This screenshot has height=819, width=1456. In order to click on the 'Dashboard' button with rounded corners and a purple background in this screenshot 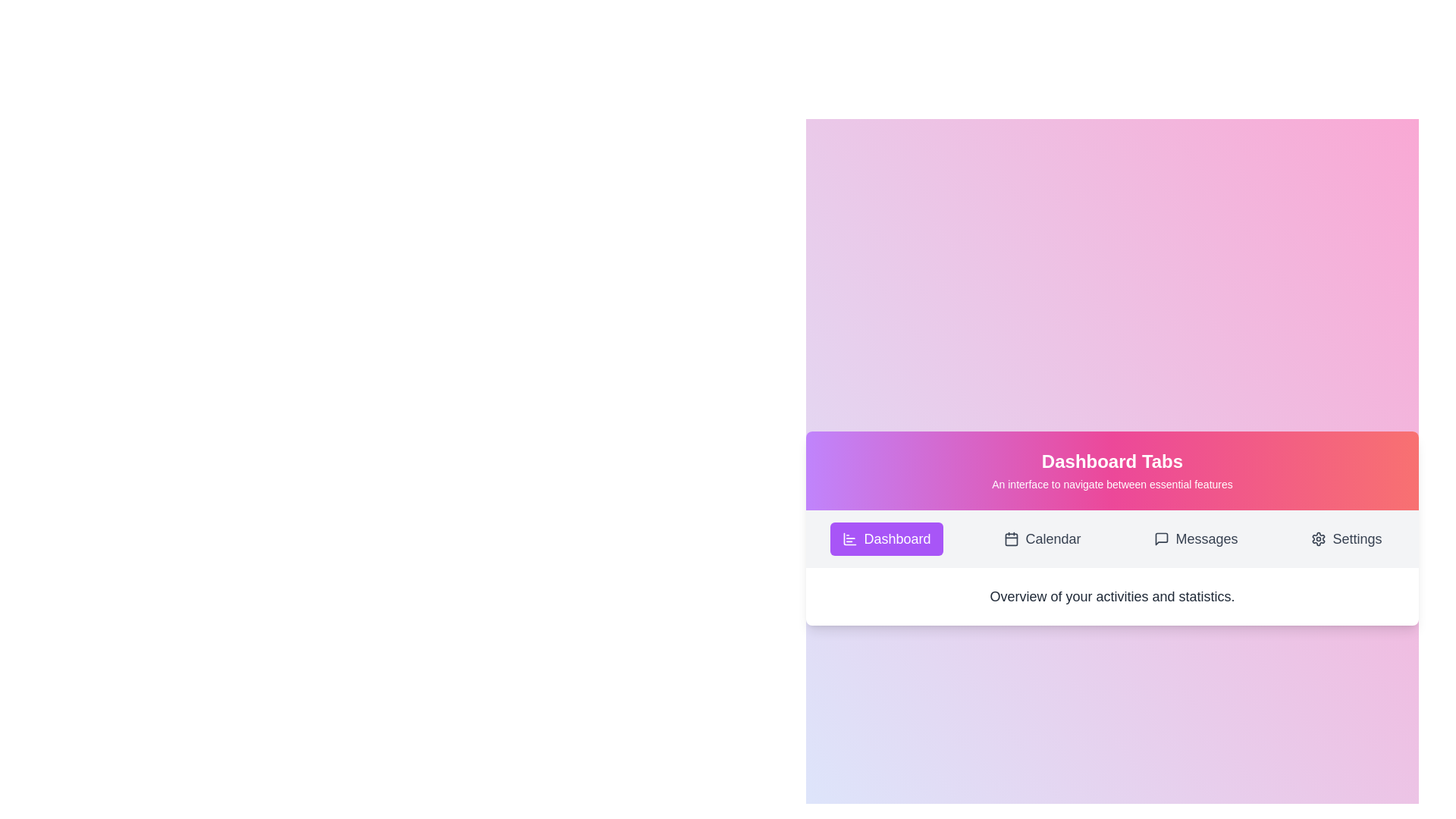, I will do `click(886, 538)`.